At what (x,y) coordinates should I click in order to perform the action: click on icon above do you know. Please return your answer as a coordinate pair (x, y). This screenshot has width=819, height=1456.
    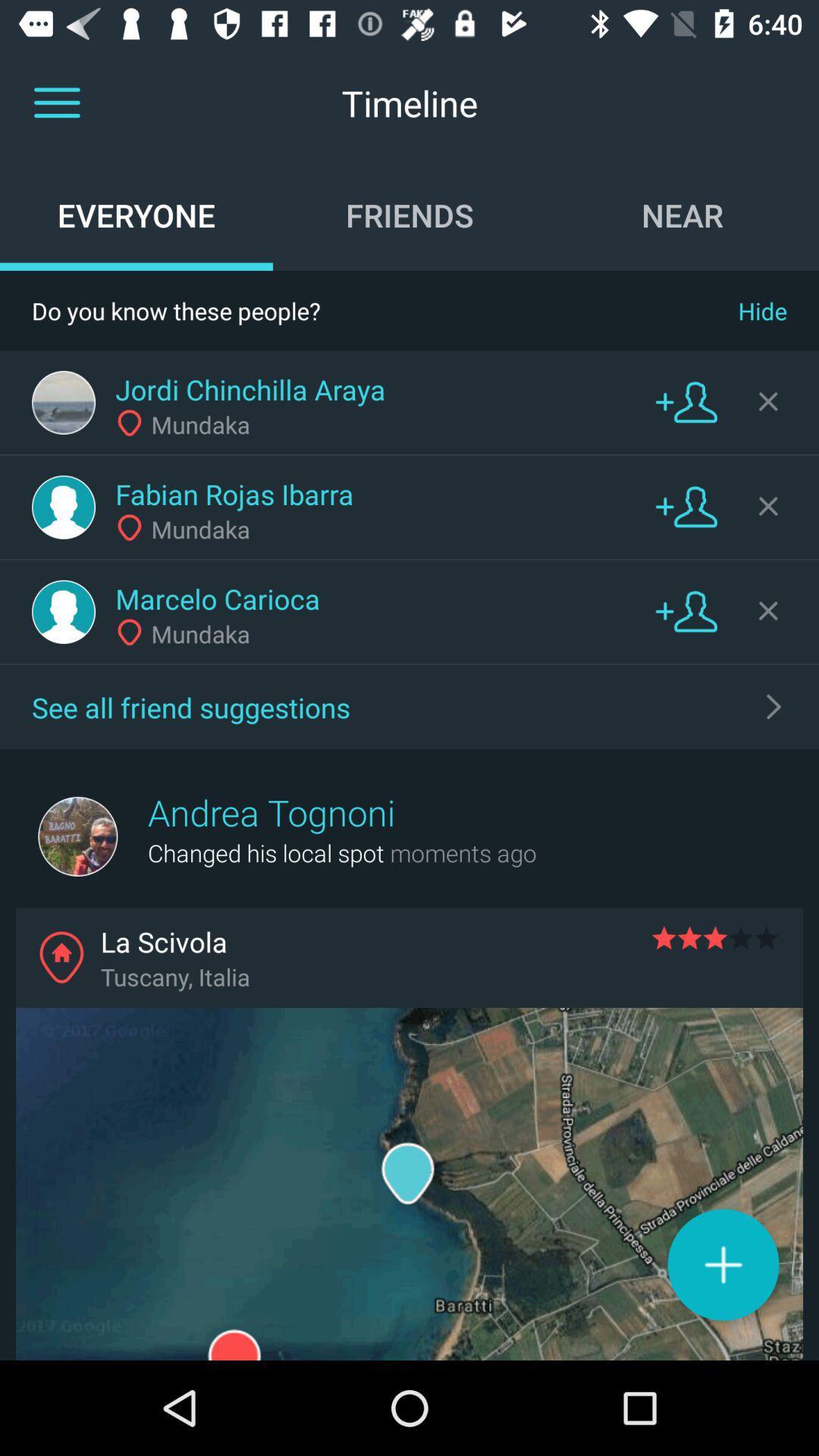
    Looking at the image, I should click on (681, 214).